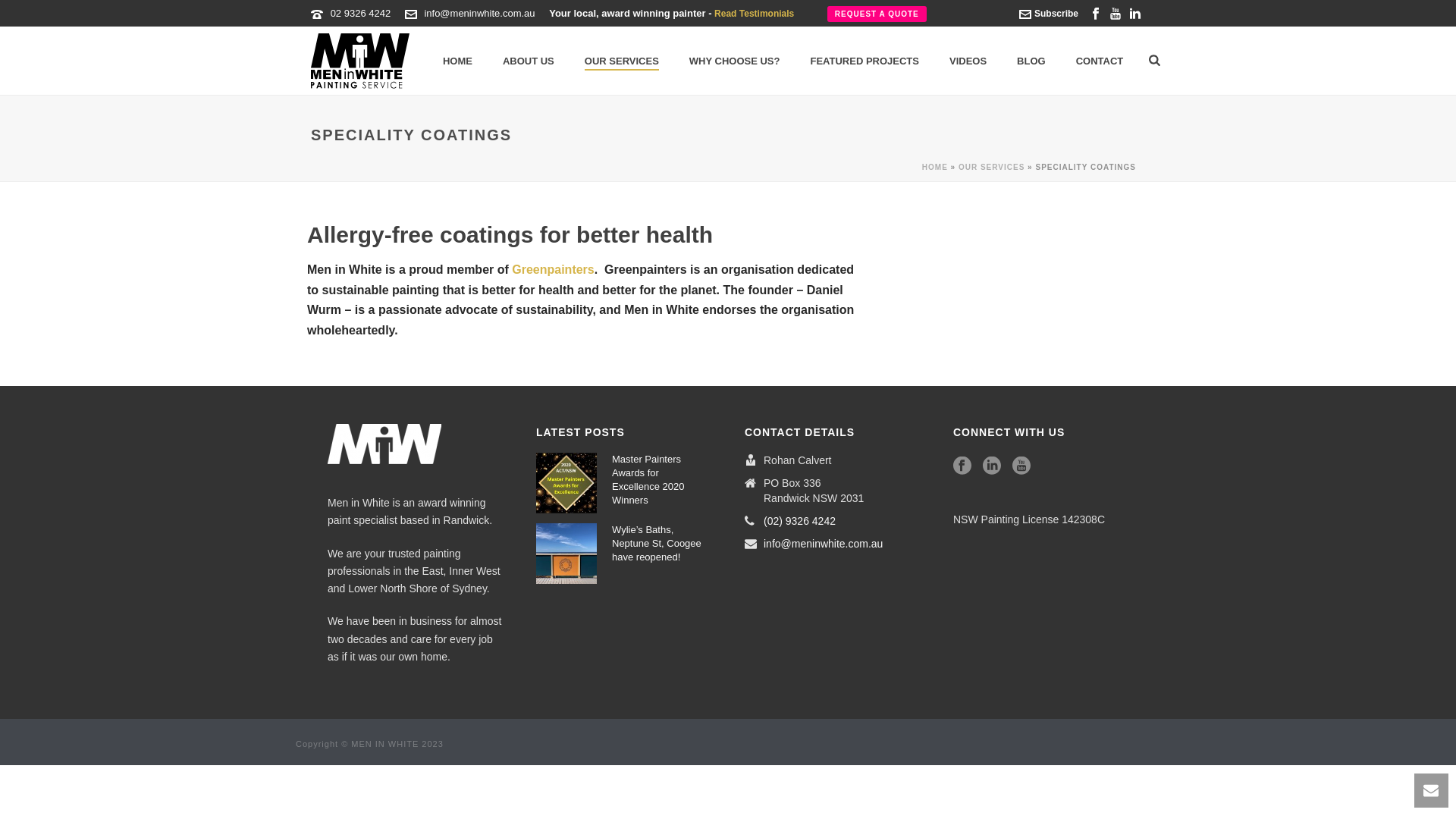  I want to click on 'FEATURED PROJECTS', so click(864, 61).